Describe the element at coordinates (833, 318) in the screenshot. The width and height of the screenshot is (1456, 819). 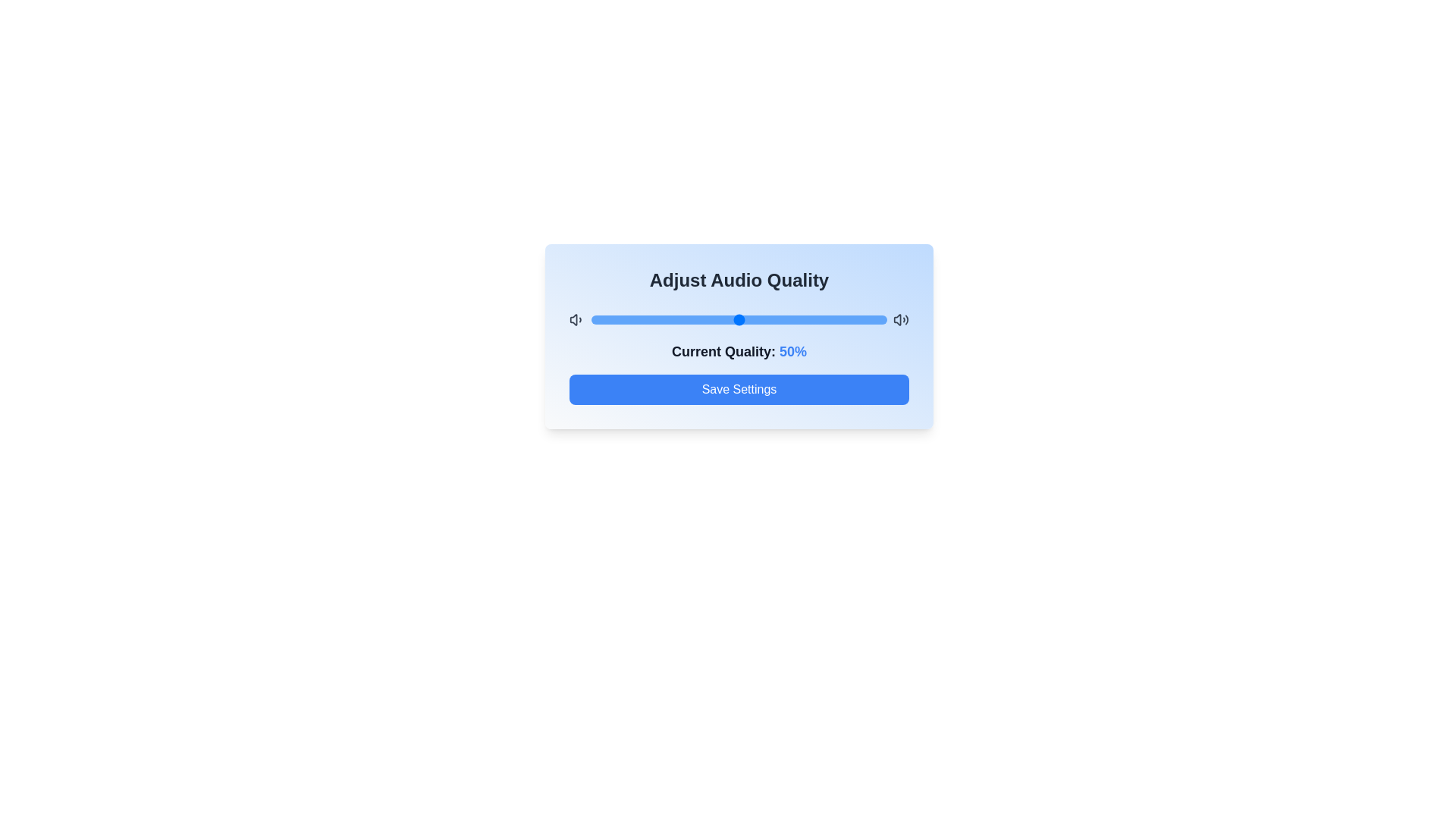
I see `the audio quality to 82% by dragging the slider` at that location.